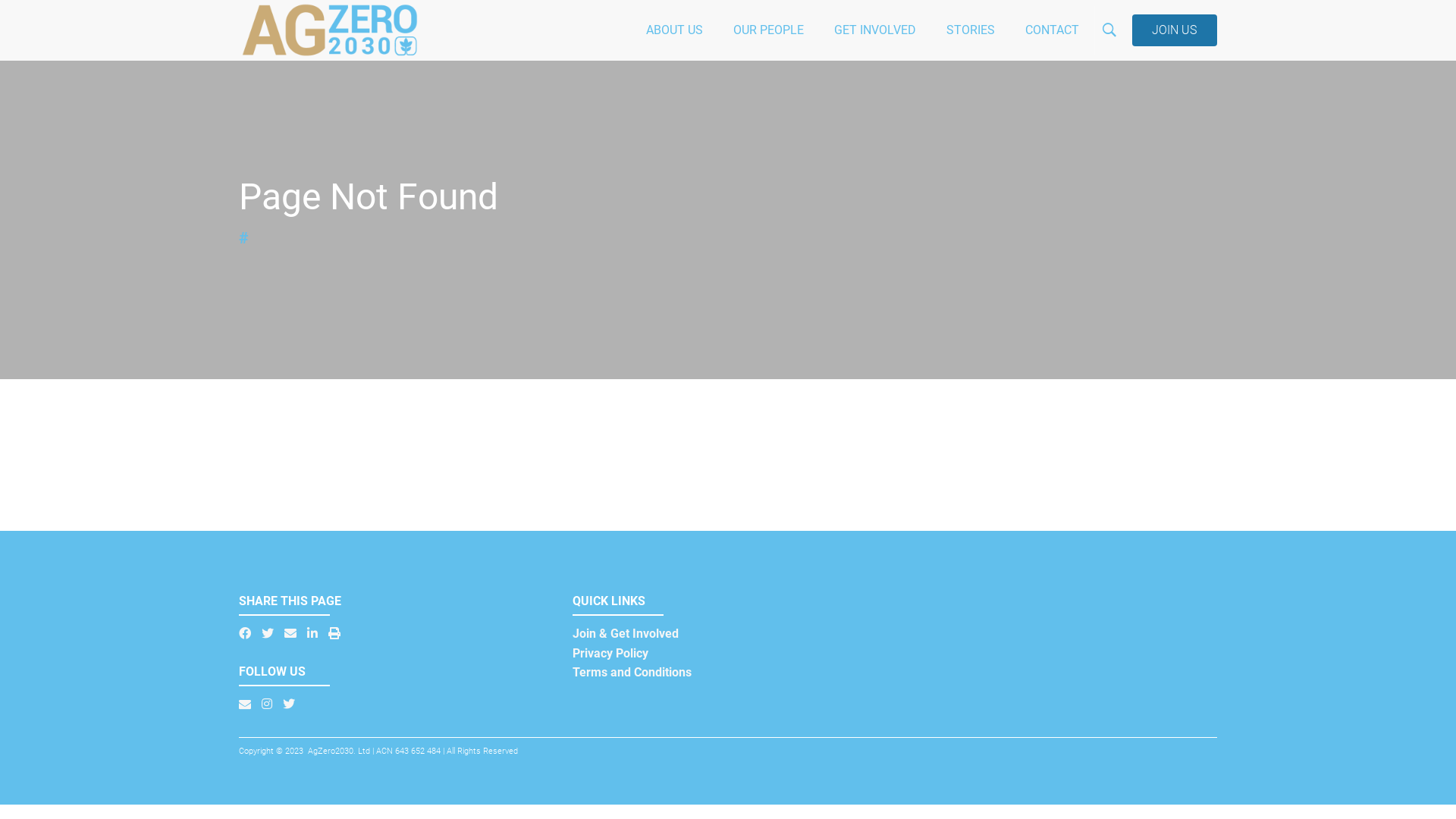  Describe the element at coordinates (268, 632) in the screenshot. I see `'Twitter'` at that location.